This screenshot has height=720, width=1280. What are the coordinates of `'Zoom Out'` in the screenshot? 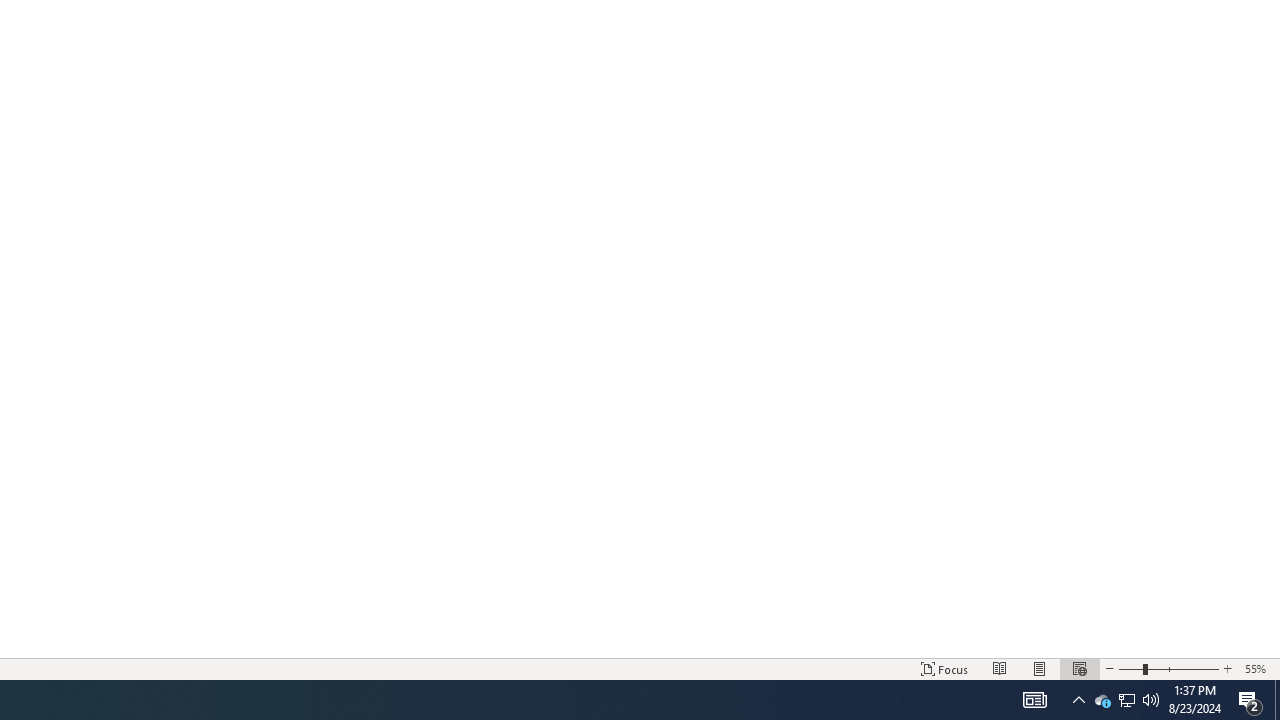 It's located at (1130, 669).